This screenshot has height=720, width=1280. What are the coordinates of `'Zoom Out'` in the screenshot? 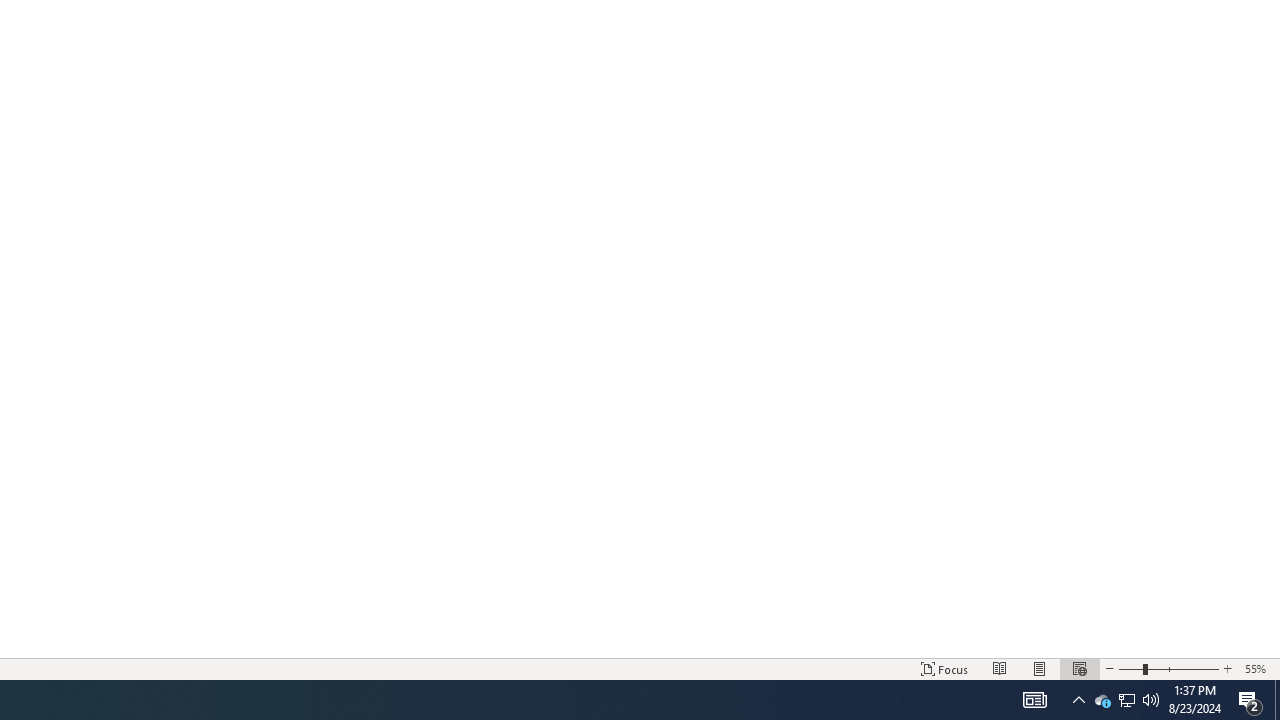 It's located at (1130, 669).